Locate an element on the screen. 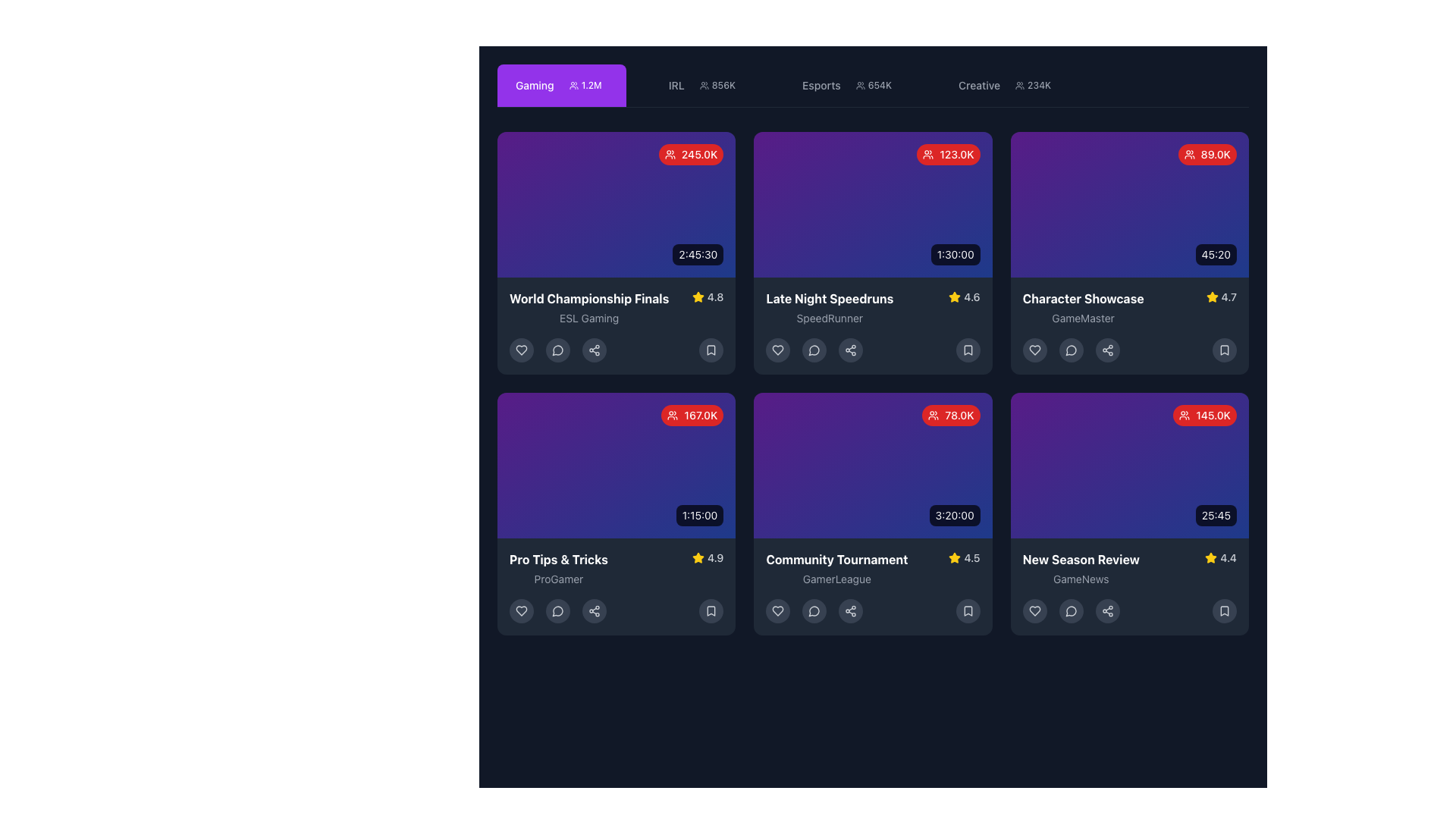 Image resolution: width=1456 pixels, height=819 pixels. the star icon located in the bottom-right corner of the third card in the top row is located at coordinates (1211, 297).